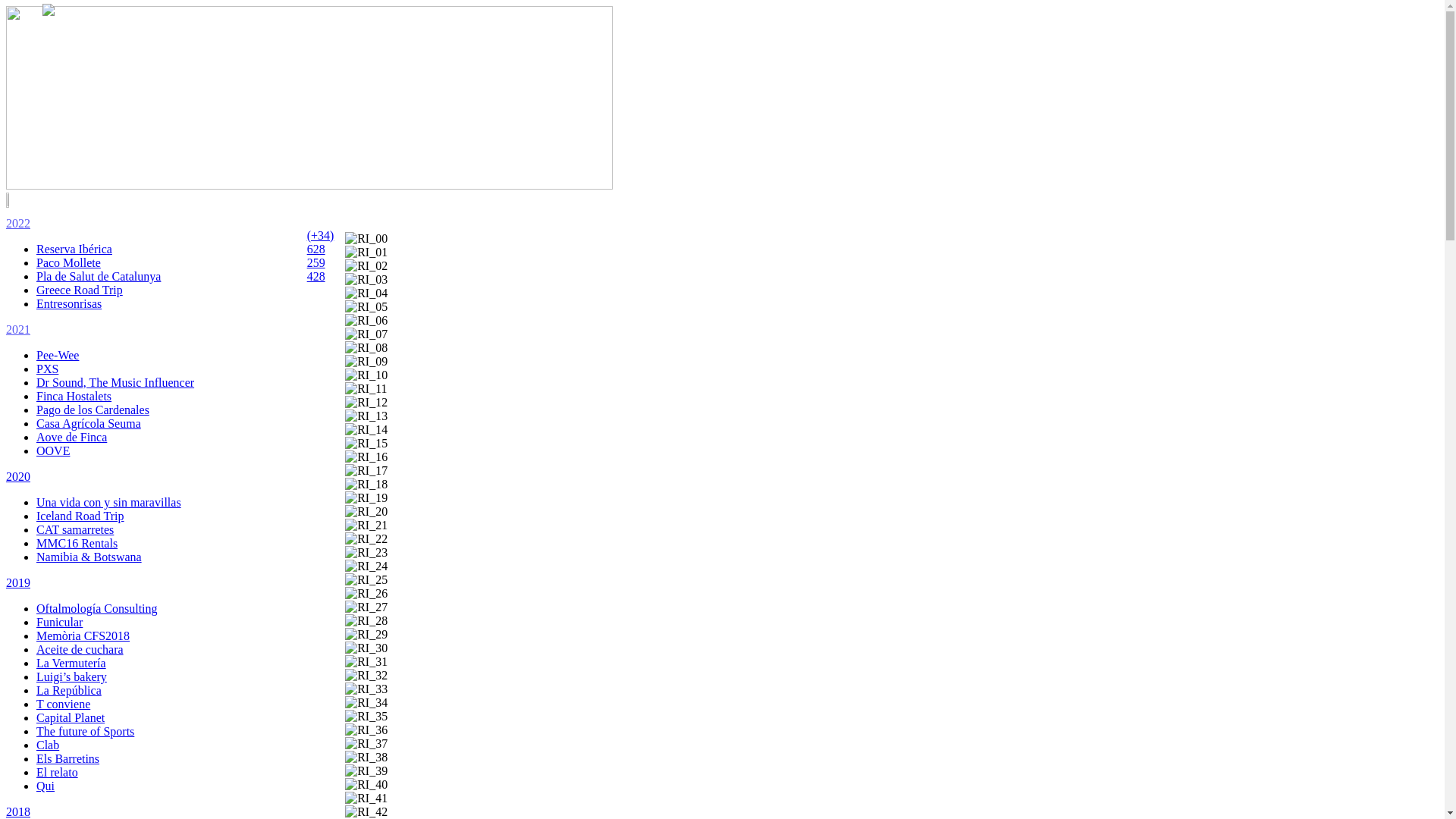 This screenshot has width=1456, height=819. What do you see at coordinates (36, 717) in the screenshot?
I see `'Capital Planet'` at bounding box center [36, 717].